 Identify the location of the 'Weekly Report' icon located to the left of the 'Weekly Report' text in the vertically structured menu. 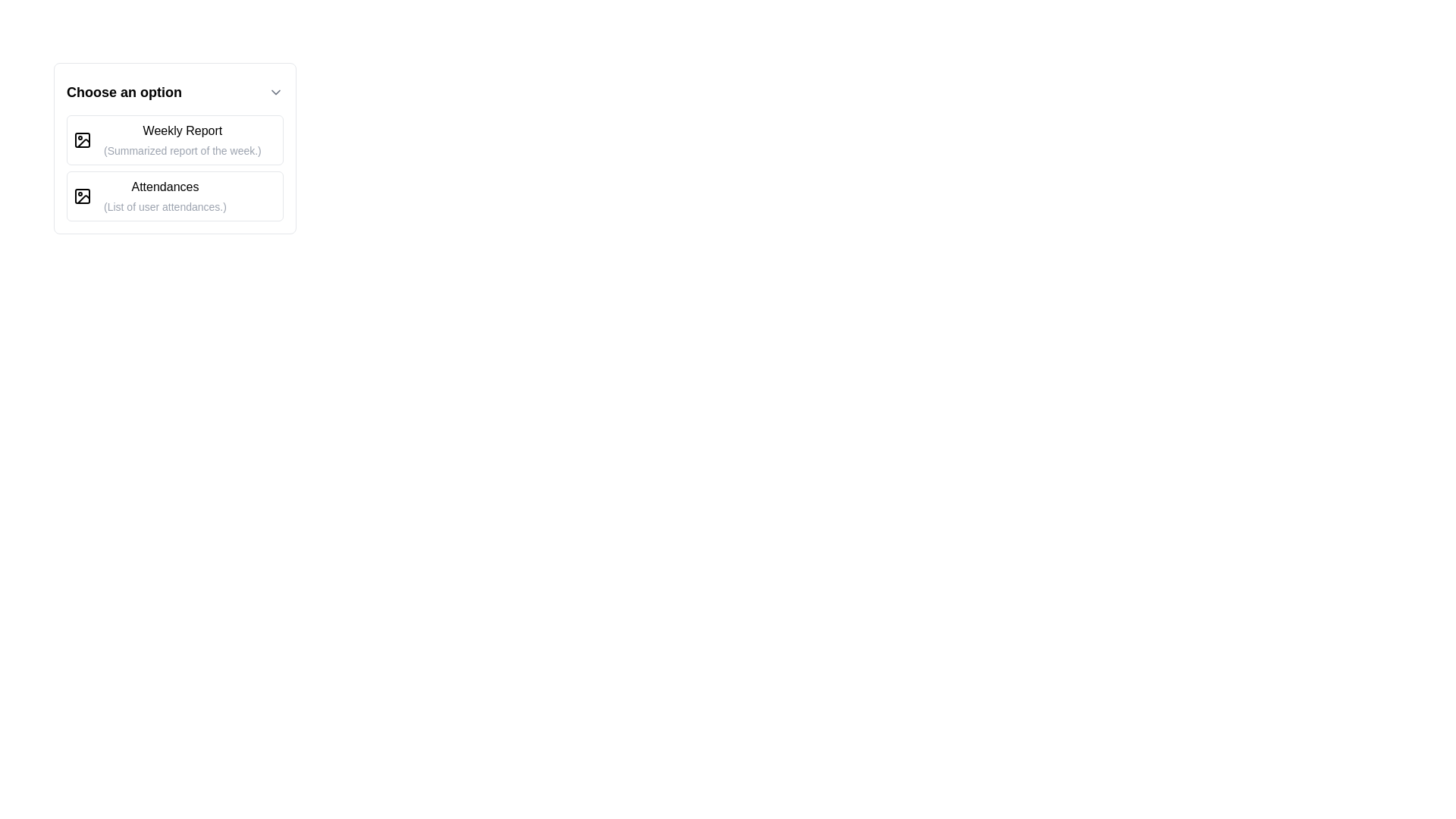
(82, 140).